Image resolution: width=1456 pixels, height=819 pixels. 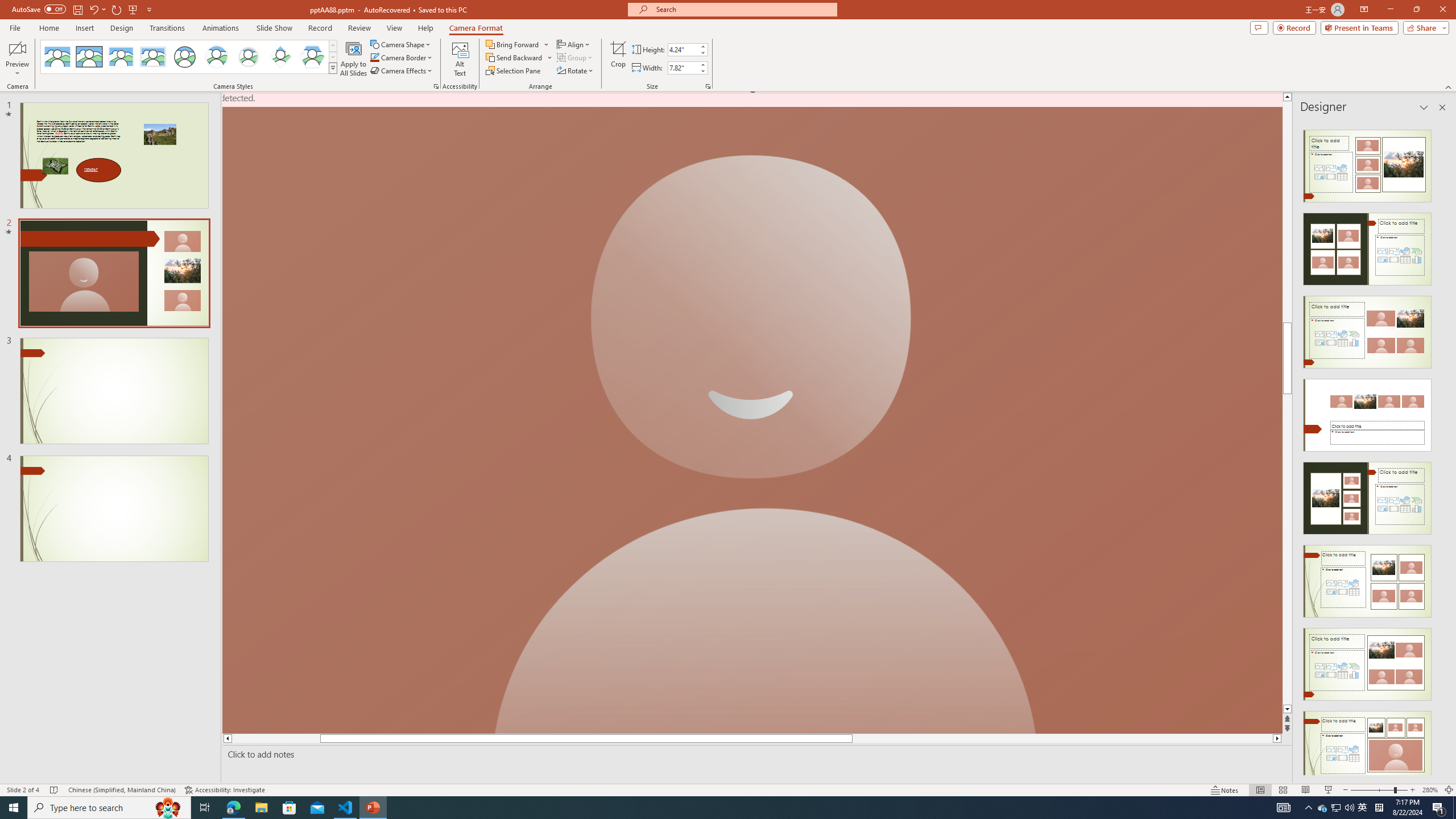 I want to click on 'Camera Format', so click(x=475, y=28).